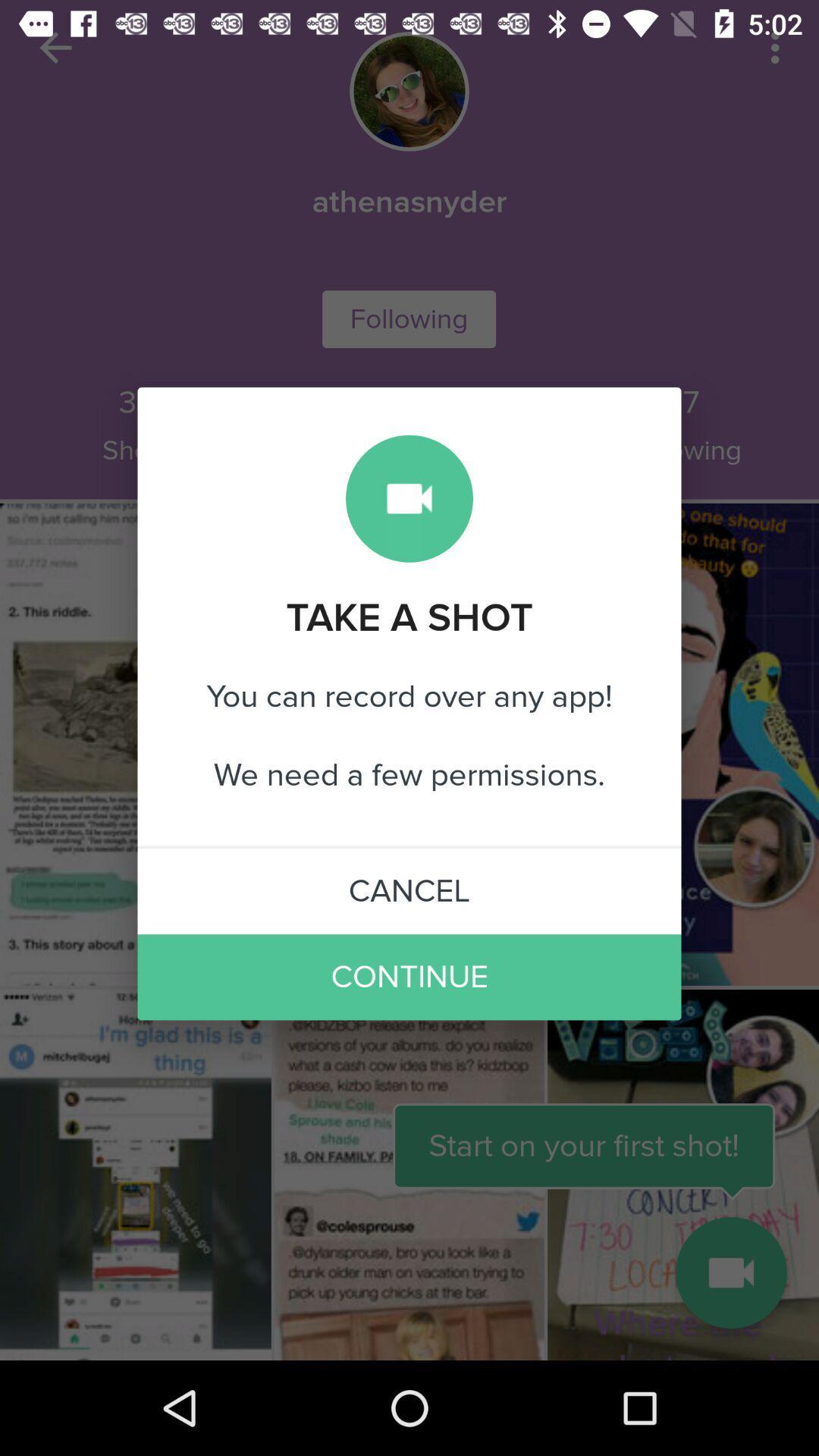 This screenshot has width=819, height=1456. Describe the element at coordinates (409, 977) in the screenshot. I see `the item below cancel` at that location.